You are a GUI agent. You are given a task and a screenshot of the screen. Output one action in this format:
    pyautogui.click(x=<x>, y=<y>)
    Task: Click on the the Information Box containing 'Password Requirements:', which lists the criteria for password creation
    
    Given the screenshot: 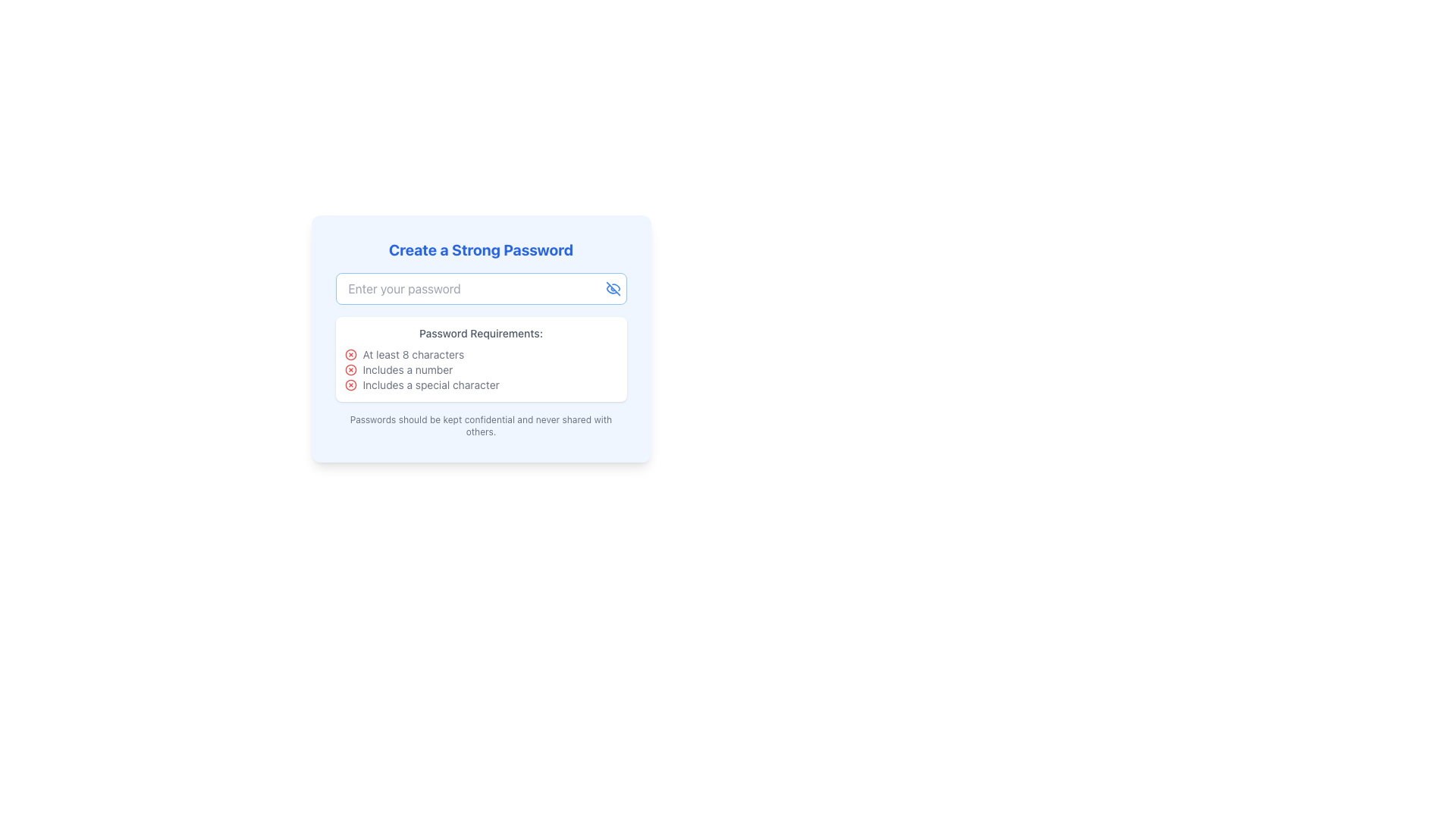 What is the action you would take?
    pyautogui.click(x=480, y=359)
    